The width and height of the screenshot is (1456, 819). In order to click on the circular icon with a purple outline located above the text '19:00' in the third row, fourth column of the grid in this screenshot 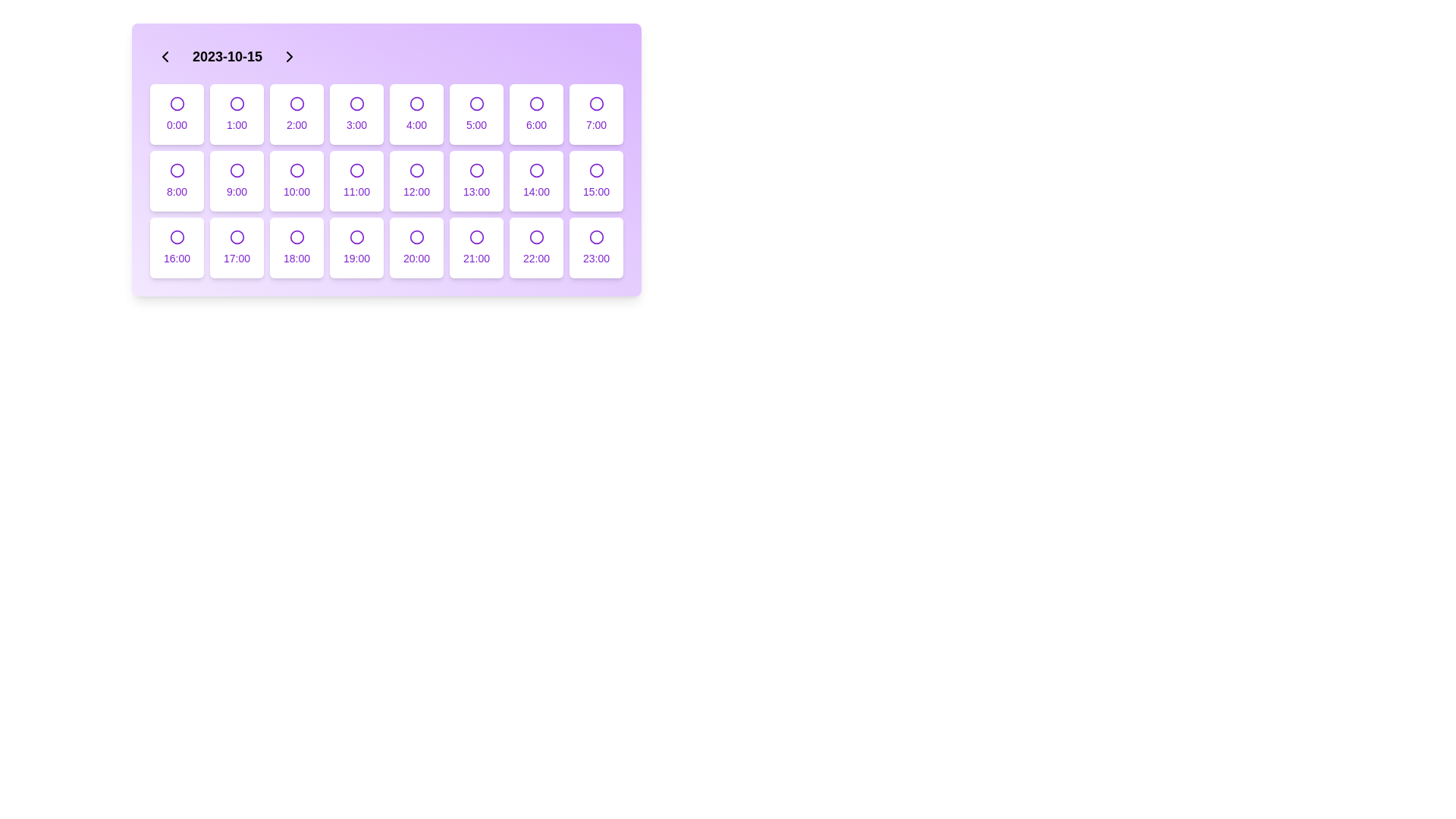, I will do `click(356, 237)`.